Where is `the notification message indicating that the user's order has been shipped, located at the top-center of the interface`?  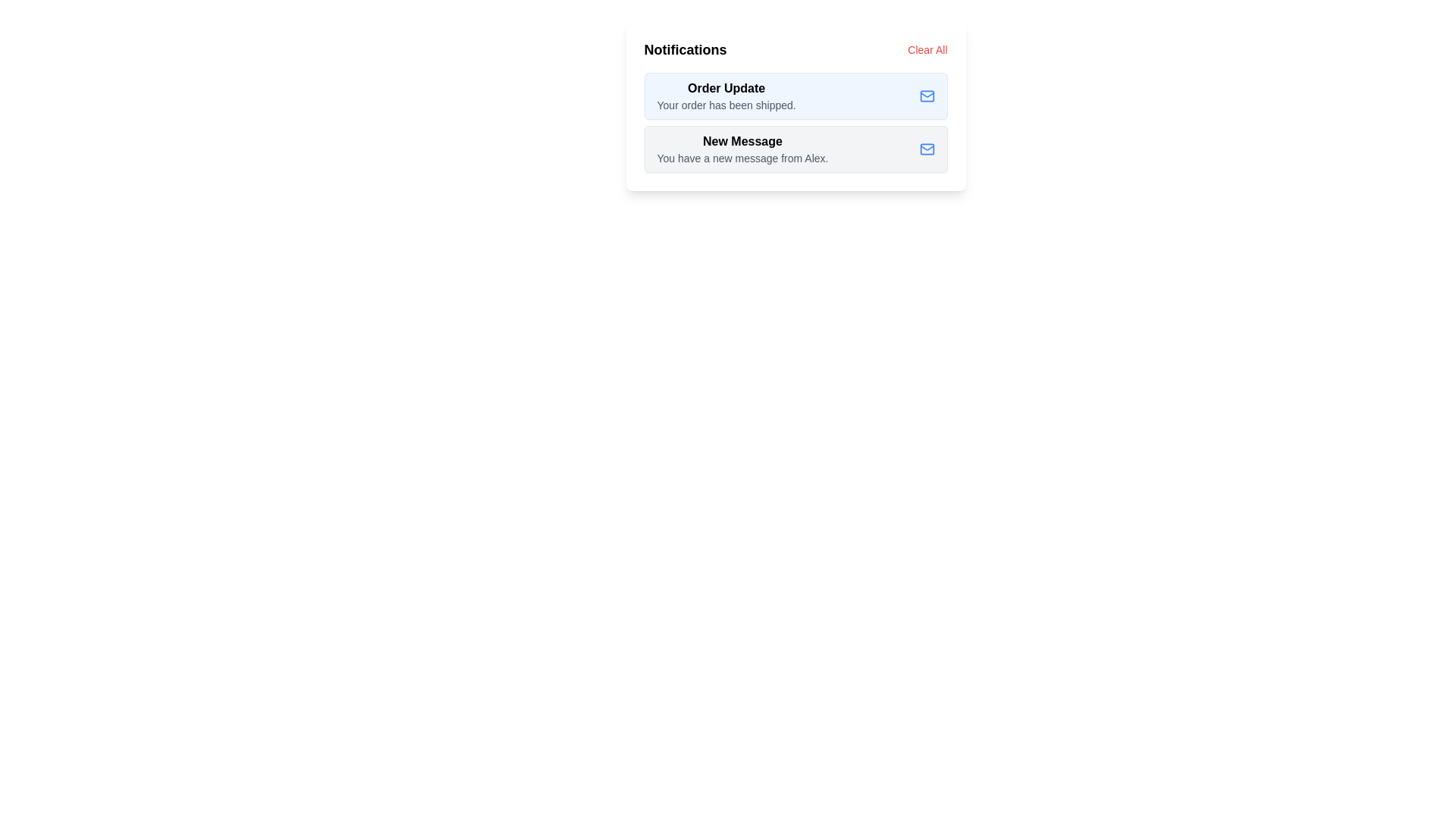 the notification message indicating that the user's order has been shipped, located at the top-center of the interface is located at coordinates (726, 96).